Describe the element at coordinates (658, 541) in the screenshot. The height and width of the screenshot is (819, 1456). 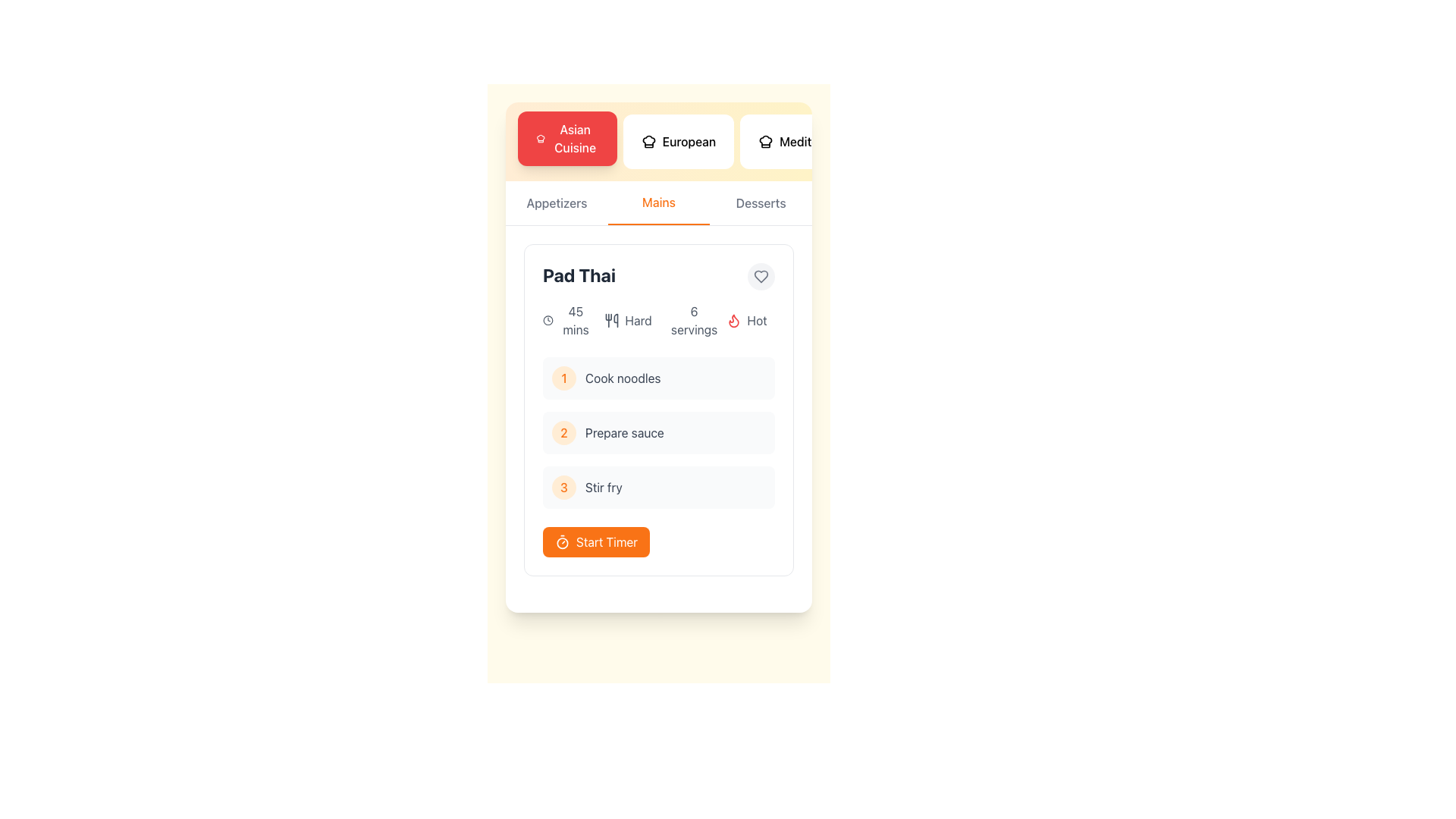
I see `the orange button labeled 'Start Timer' located below the steps for 'Pad Thai' to trigger its hover effects` at that location.